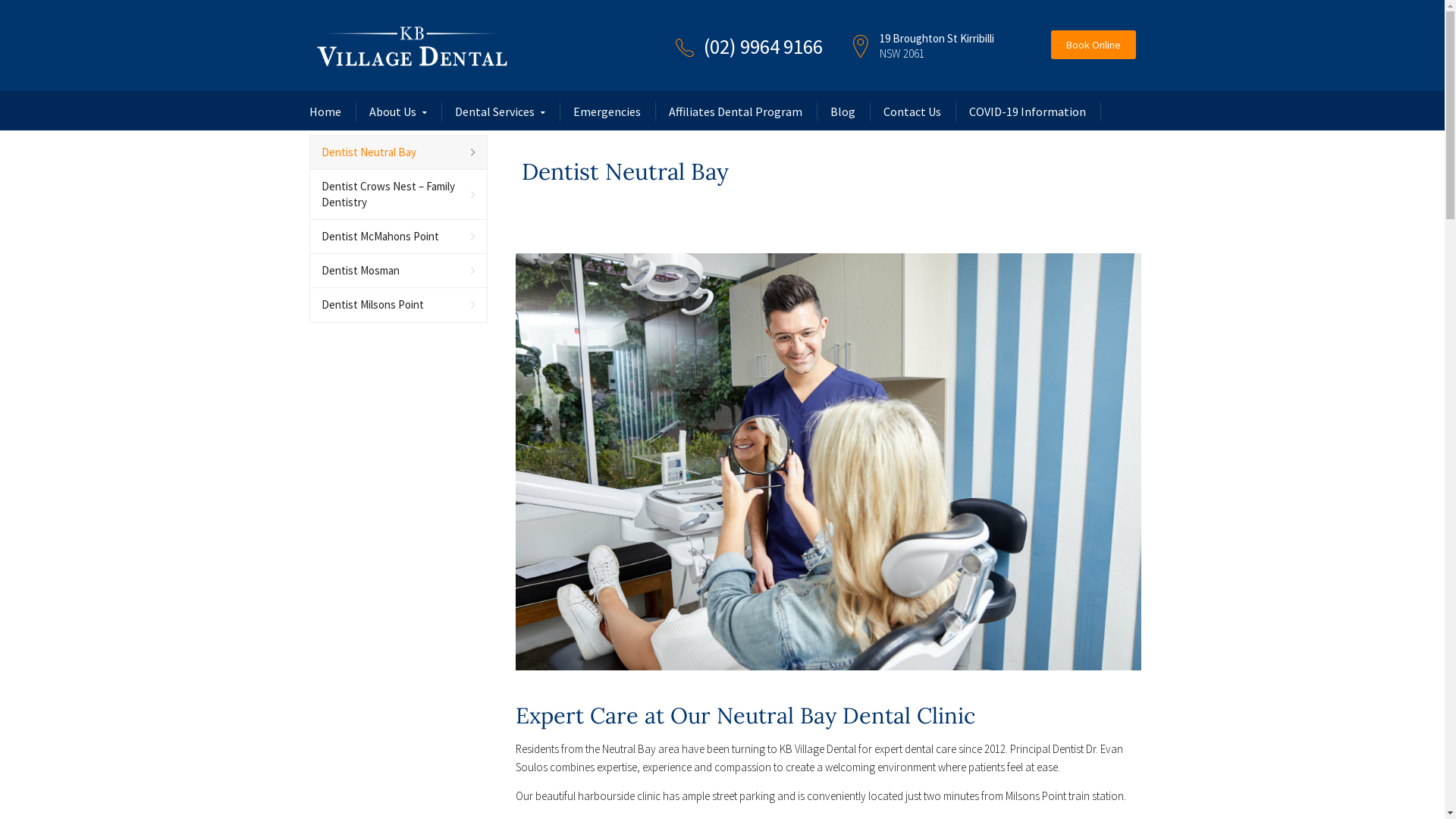 The image size is (1456, 819). I want to click on 'Dentist Neutral Bay', so click(398, 152).